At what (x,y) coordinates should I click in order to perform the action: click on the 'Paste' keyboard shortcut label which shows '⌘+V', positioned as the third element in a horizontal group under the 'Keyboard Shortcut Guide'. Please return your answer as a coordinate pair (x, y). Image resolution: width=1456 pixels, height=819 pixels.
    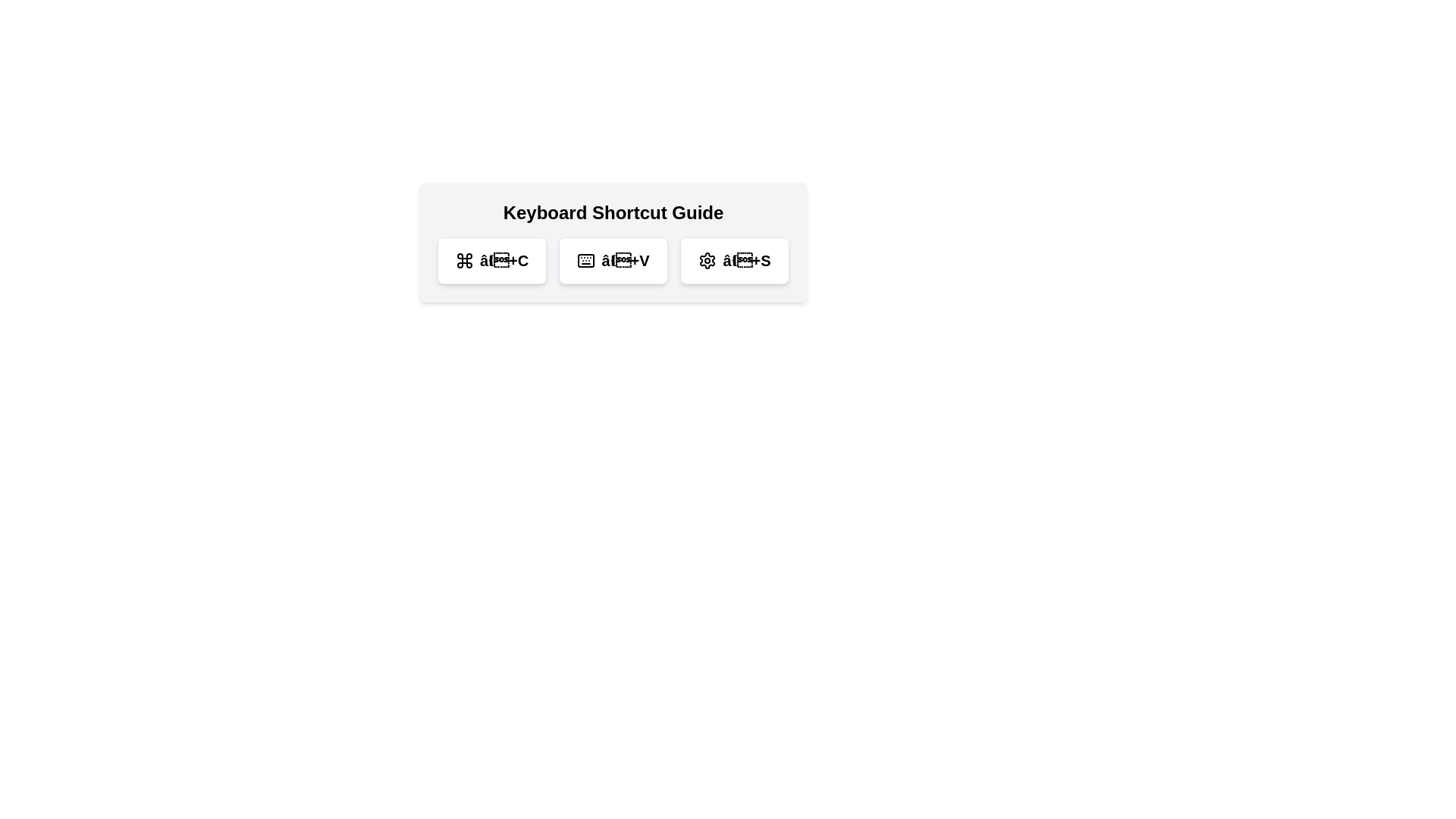
    Looking at the image, I should click on (626, 259).